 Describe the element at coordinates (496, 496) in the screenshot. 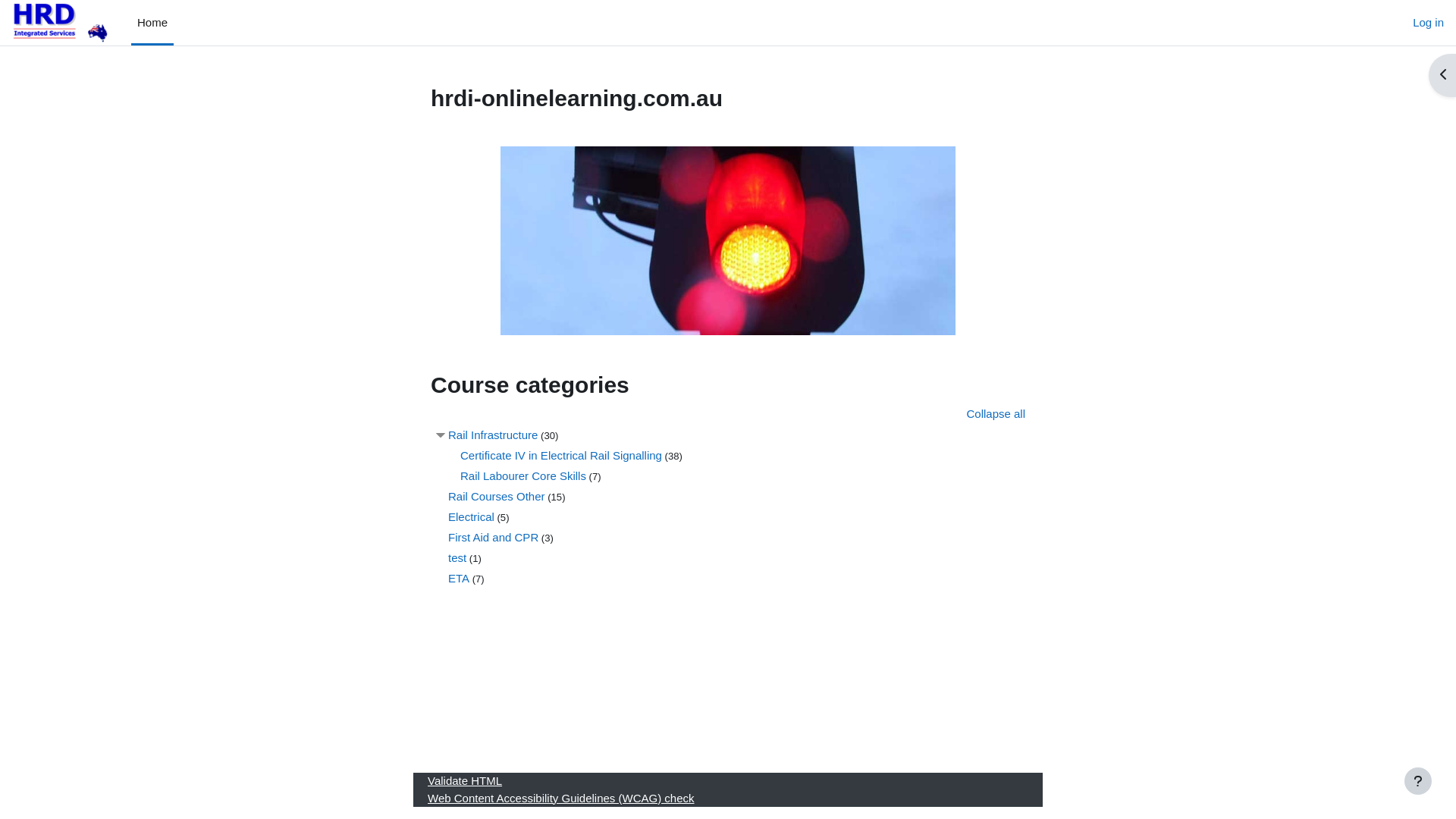

I see `'Rail Courses Other'` at that location.